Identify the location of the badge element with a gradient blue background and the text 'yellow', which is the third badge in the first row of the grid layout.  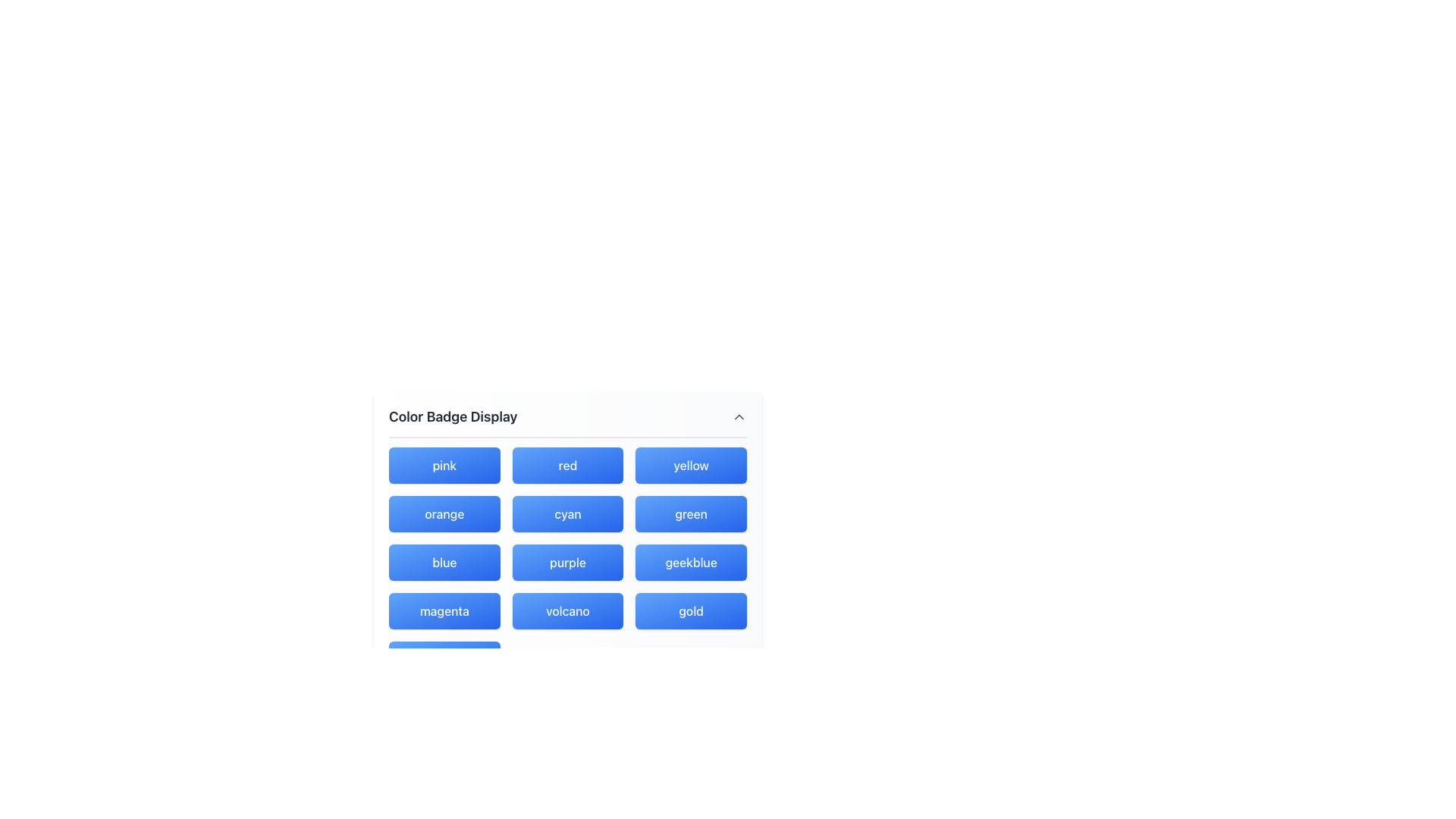
(690, 464).